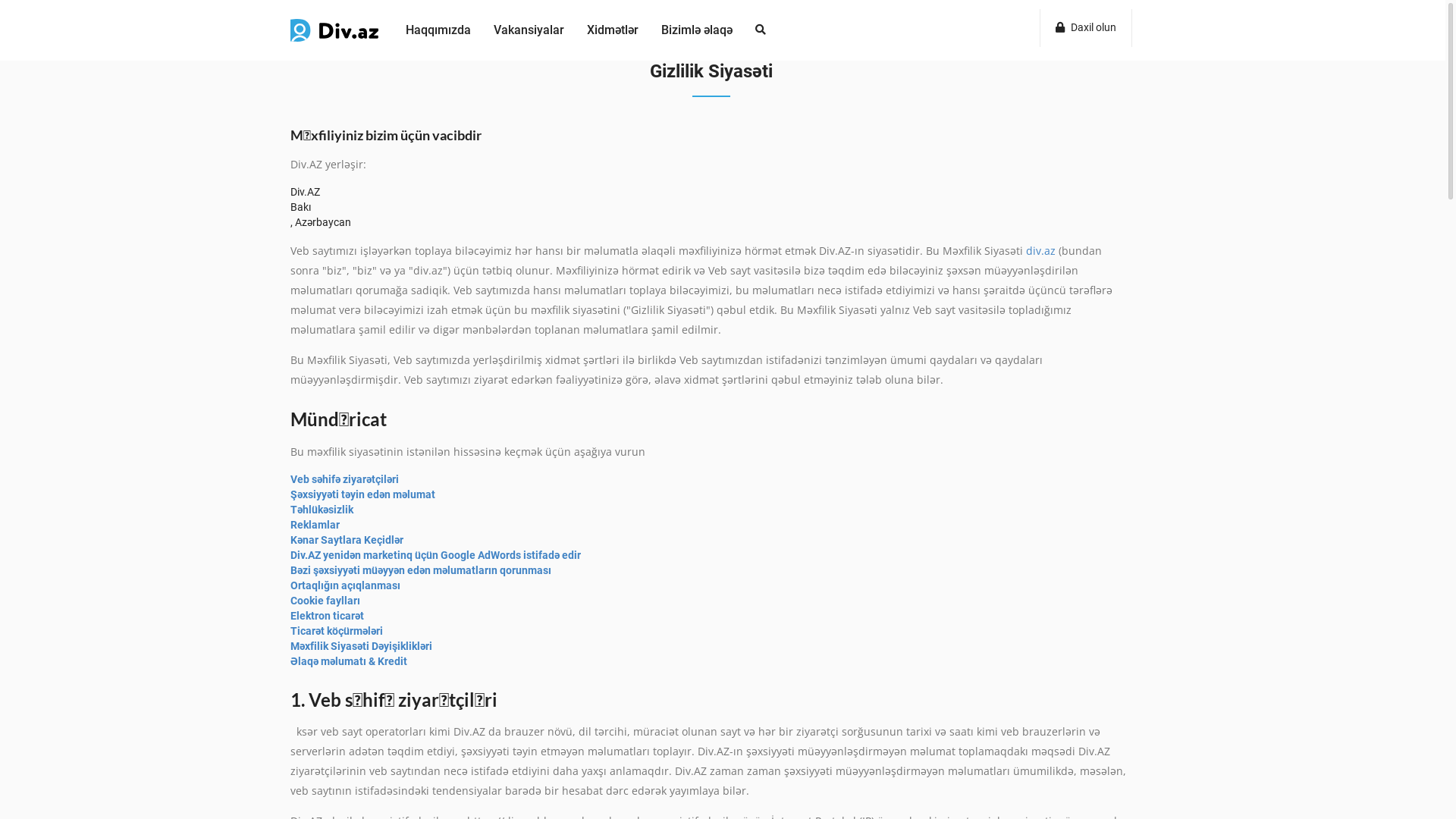 The width and height of the screenshot is (1456, 819). What do you see at coordinates (314, 523) in the screenshot?
I see `'Reklamlar'` at bounding box center [314, 523].